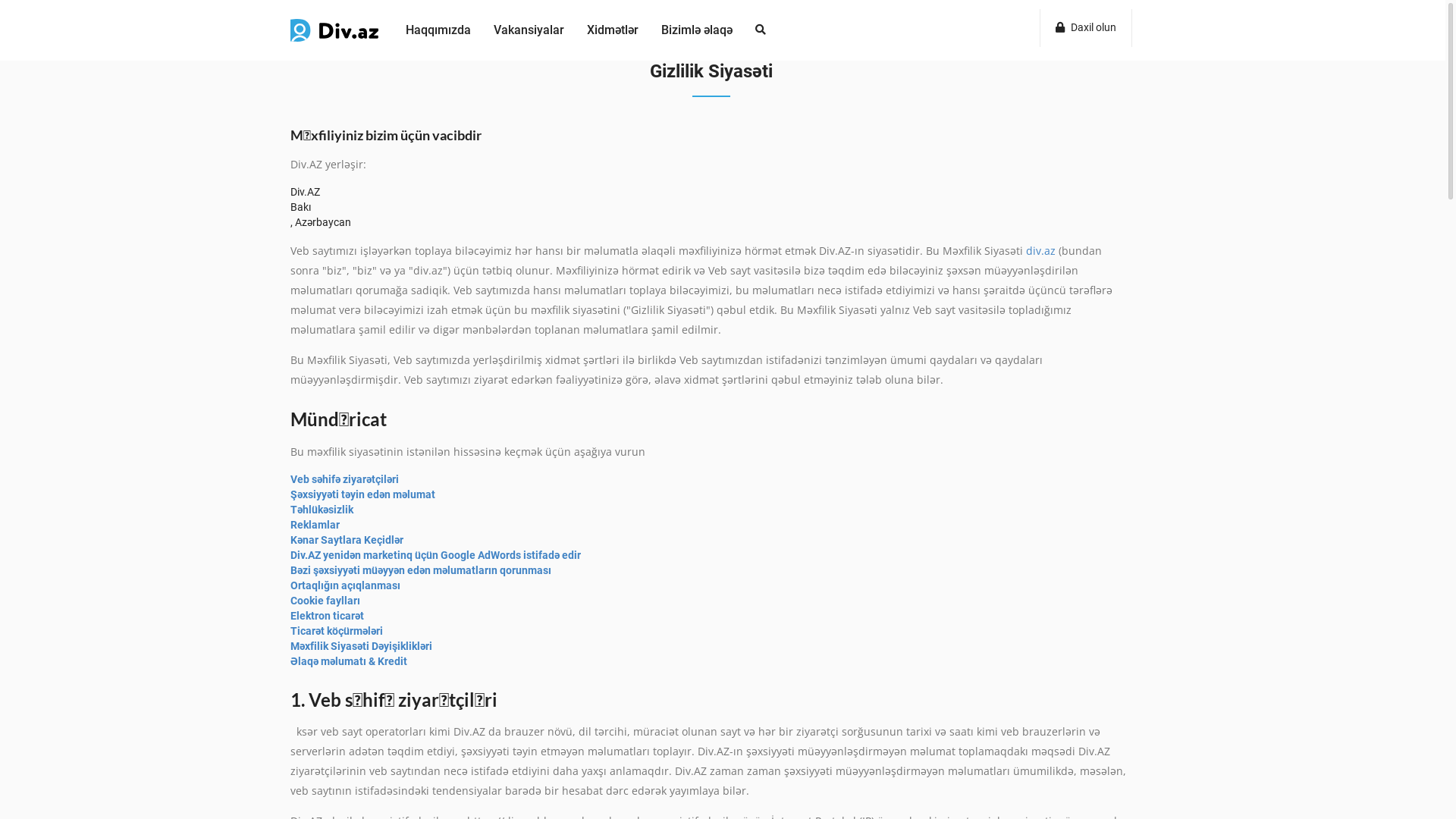 The width and height of the screenshot is (1456, 819). What do you see at coordinates (314, 523) in the screenshot?
I see `'Reklamlar'` at bounding box center [314, 523].